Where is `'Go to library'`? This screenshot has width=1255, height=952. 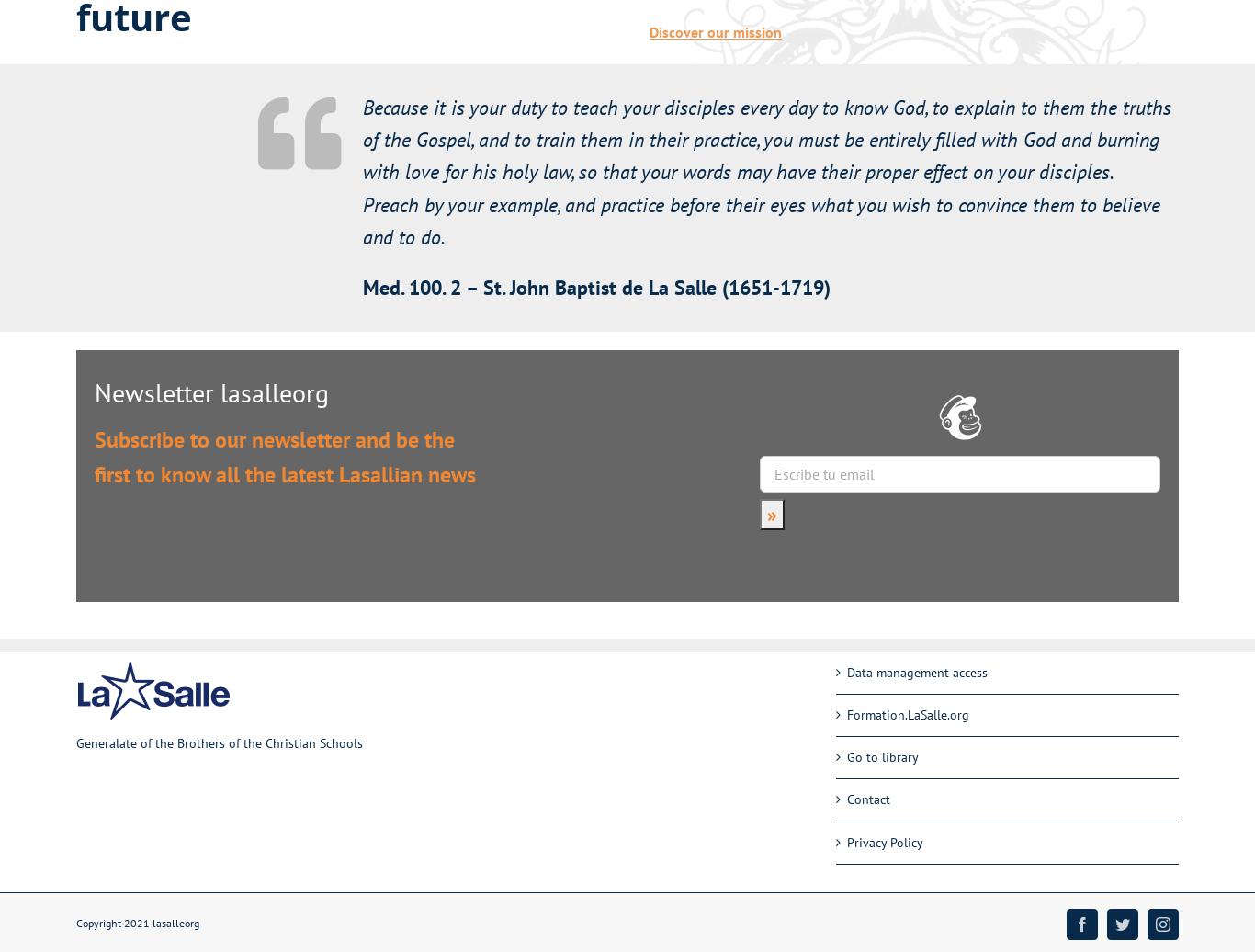
'Go to library' is located at coordinates (882, 757).